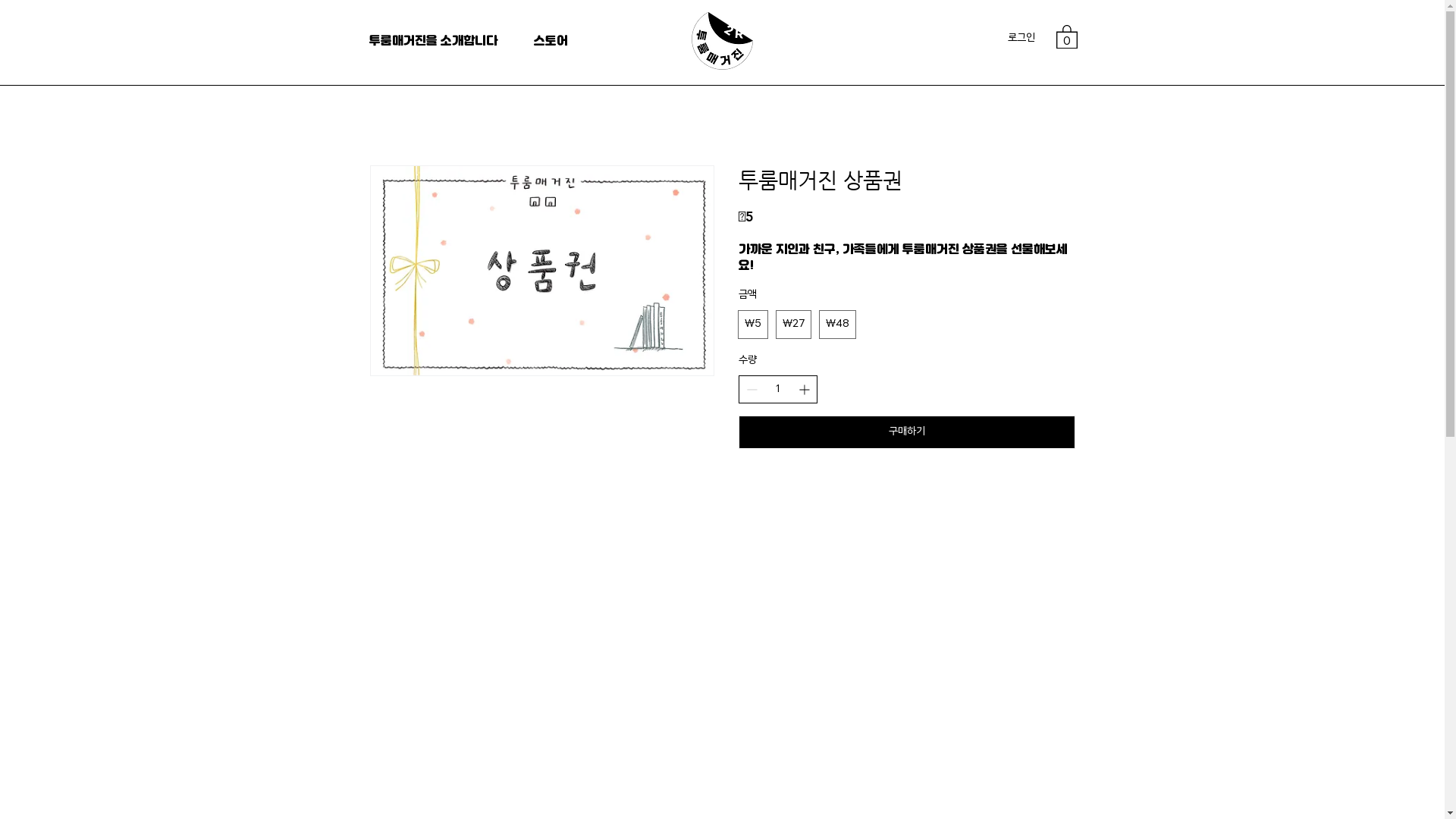 The image size is (1456, 819). I want to click on '0', so click(1065, 35).